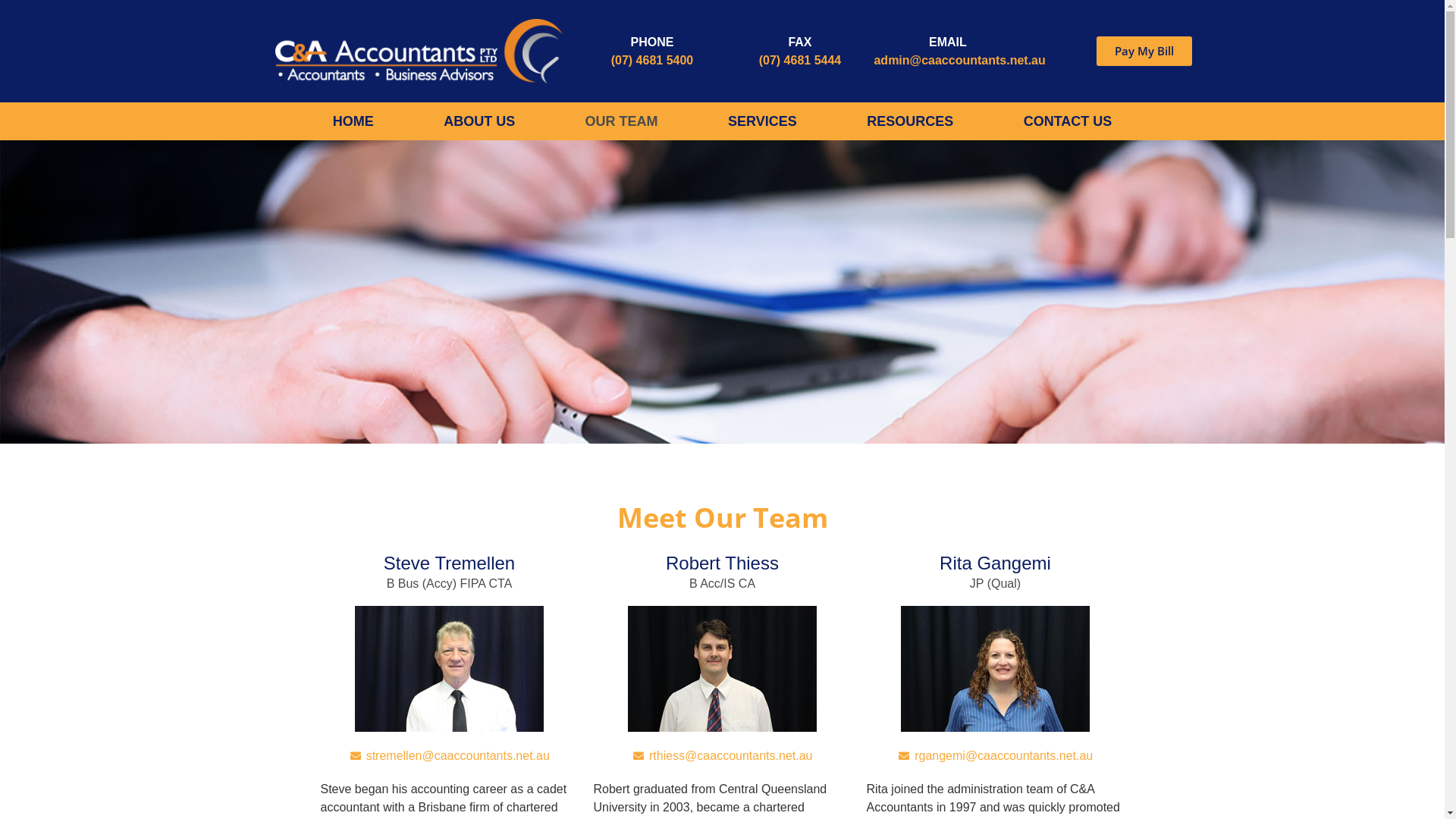 This screenshot has width=1456, height=819. Describe the element at coordinates (994, 755) in the screenshot. I see `'rgangemi@caaccountants.net.au'` at that location.